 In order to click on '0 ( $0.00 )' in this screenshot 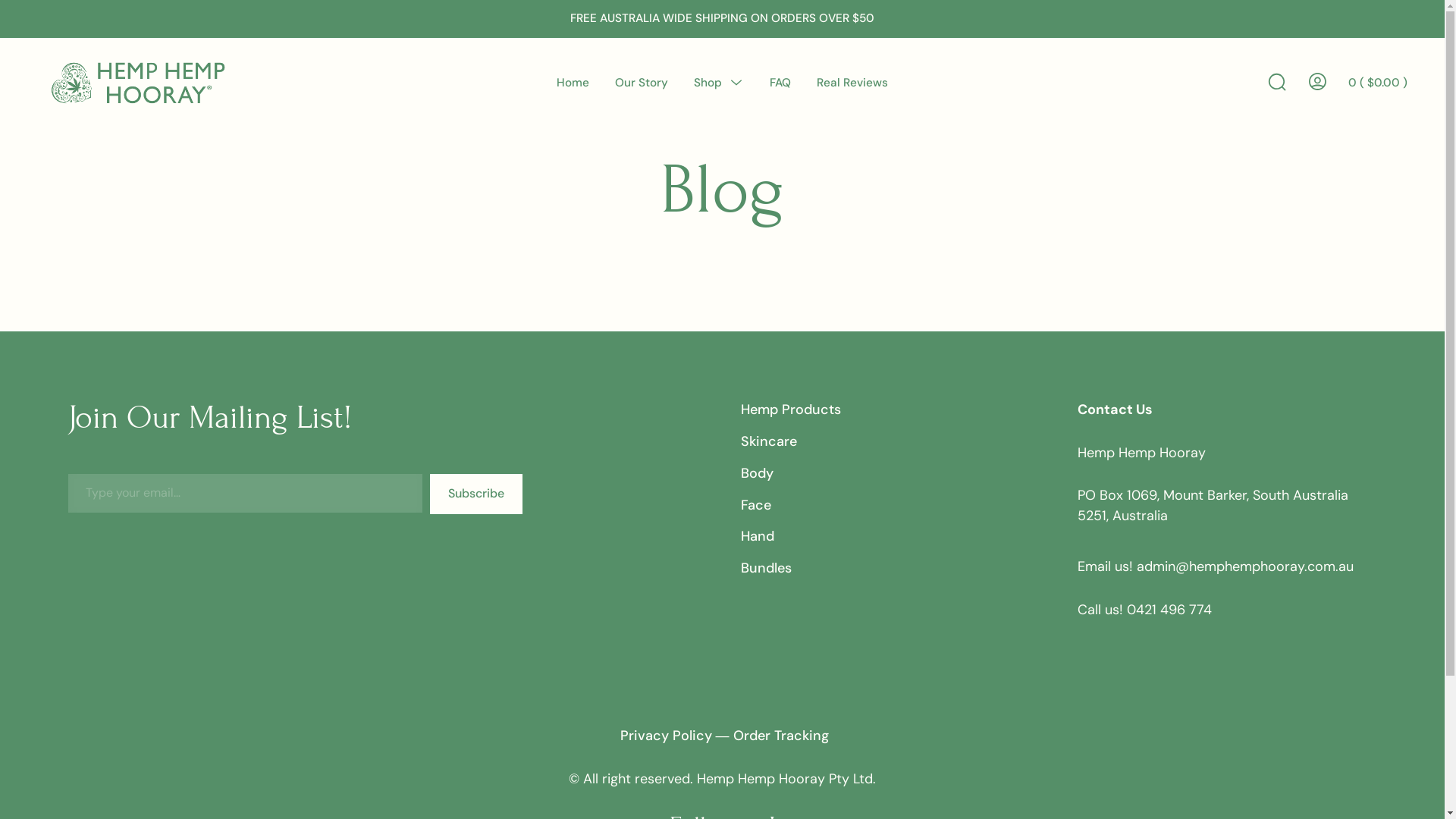, I will do `click(1378, 83)`.